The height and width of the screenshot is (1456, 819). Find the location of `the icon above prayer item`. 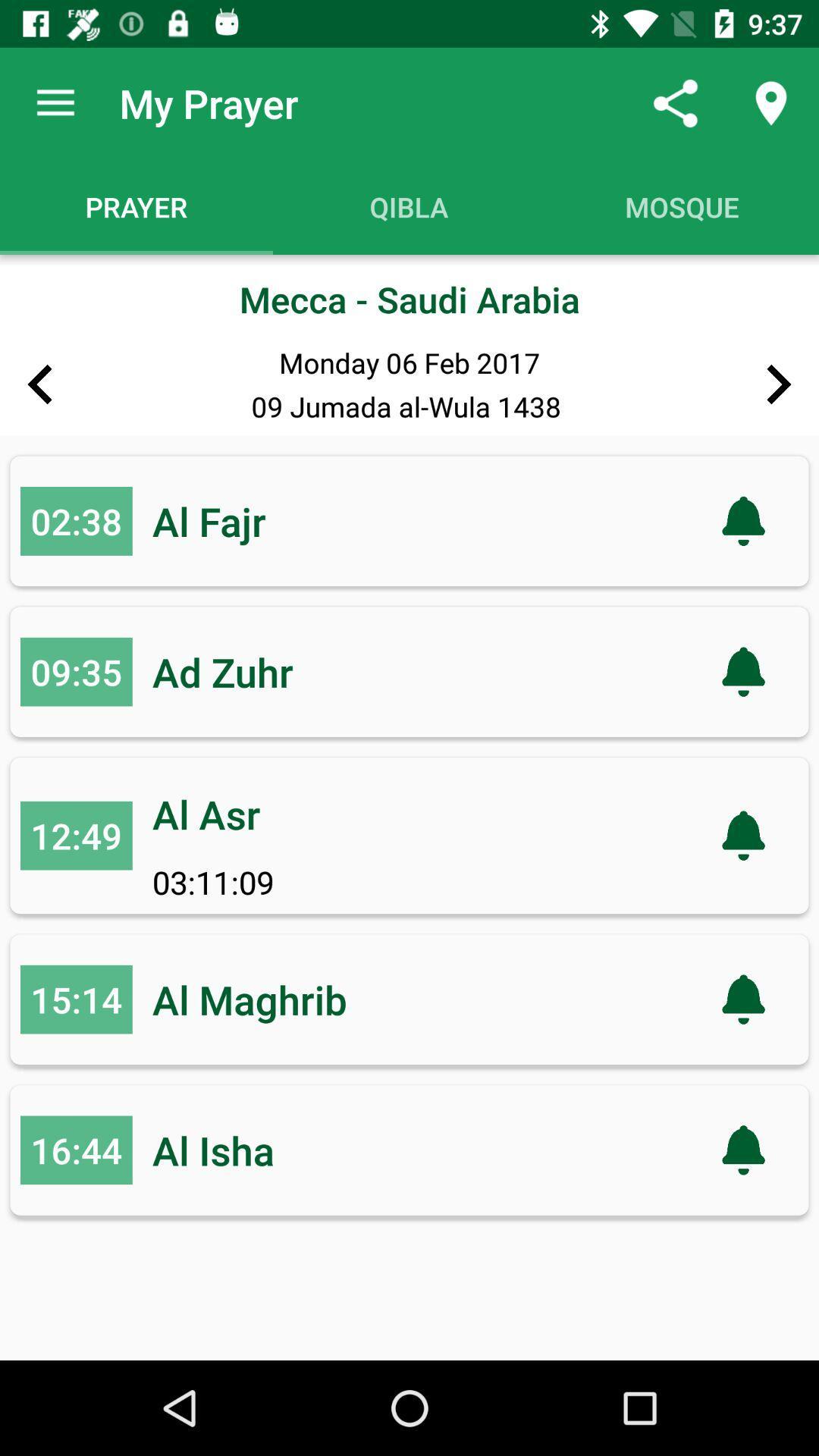

the icon above prayer item is located at coordinates (55, 102).